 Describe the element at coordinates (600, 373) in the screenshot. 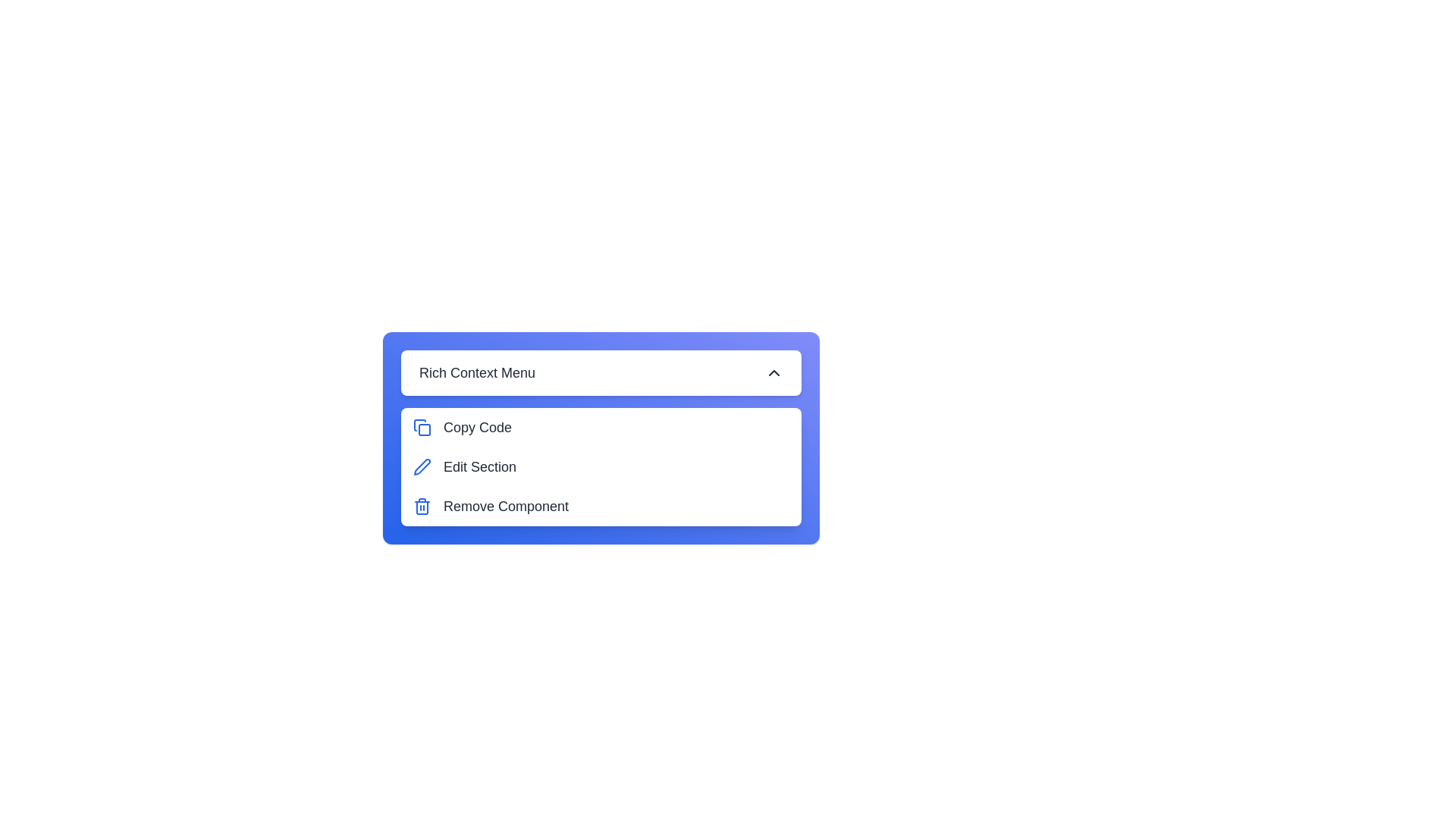

I see `the button labeled 'Rich Context Menu' to toggle the dropdown menu` at that location.